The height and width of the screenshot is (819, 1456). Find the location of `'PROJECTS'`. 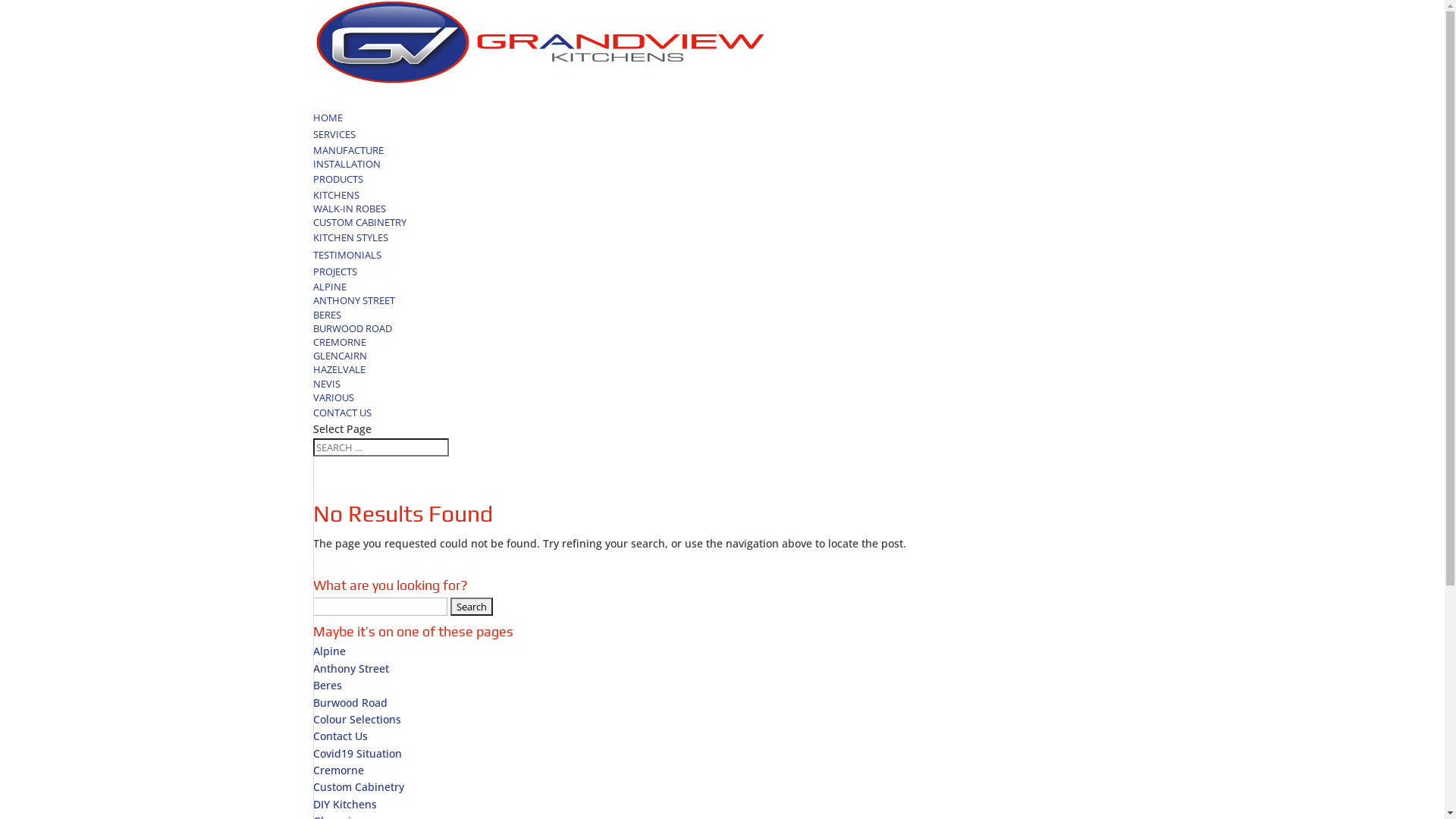

'PROJECTS' is located at coordinates (312, 281).